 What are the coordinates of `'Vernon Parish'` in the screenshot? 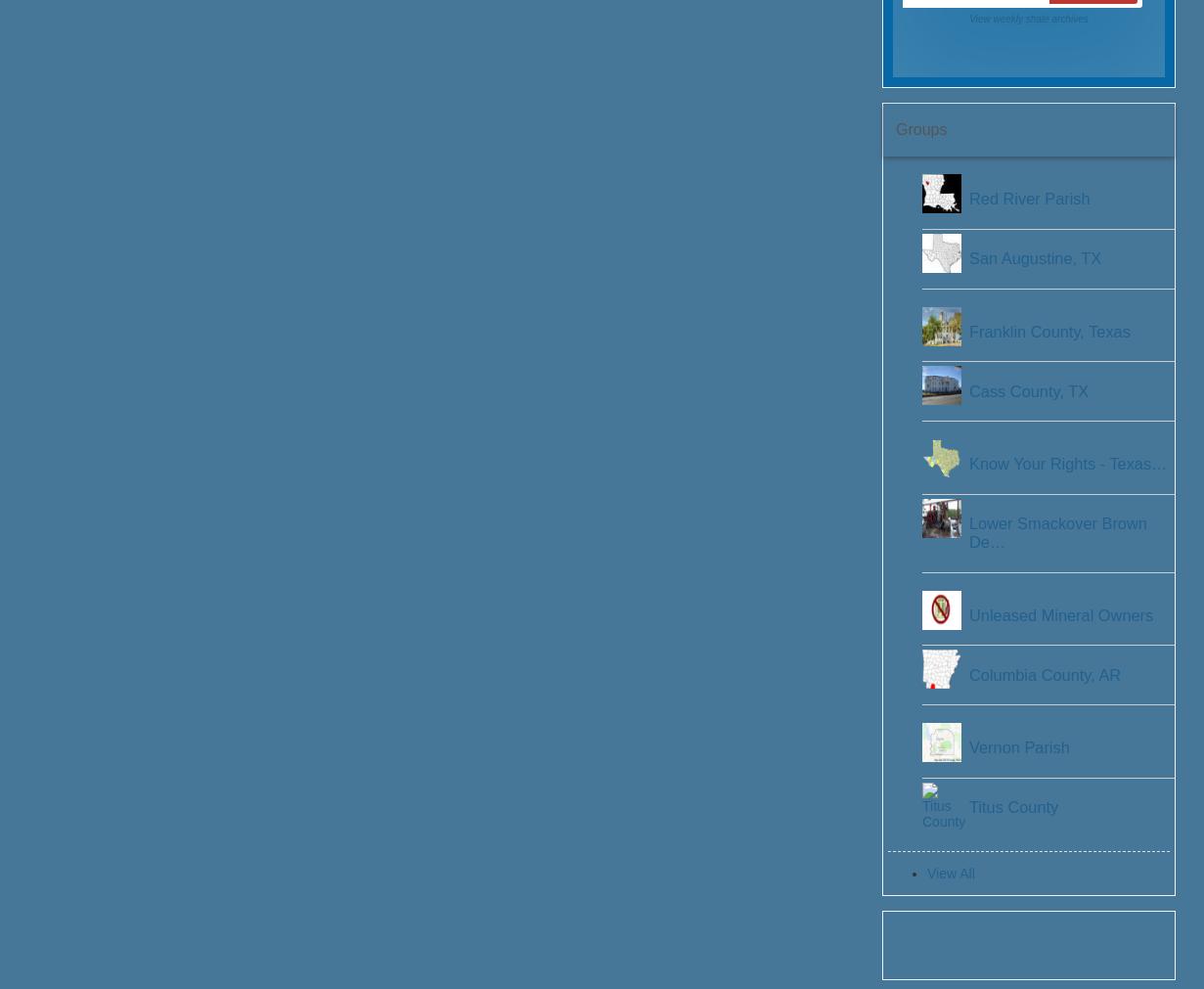 It's located at (1018, 746).